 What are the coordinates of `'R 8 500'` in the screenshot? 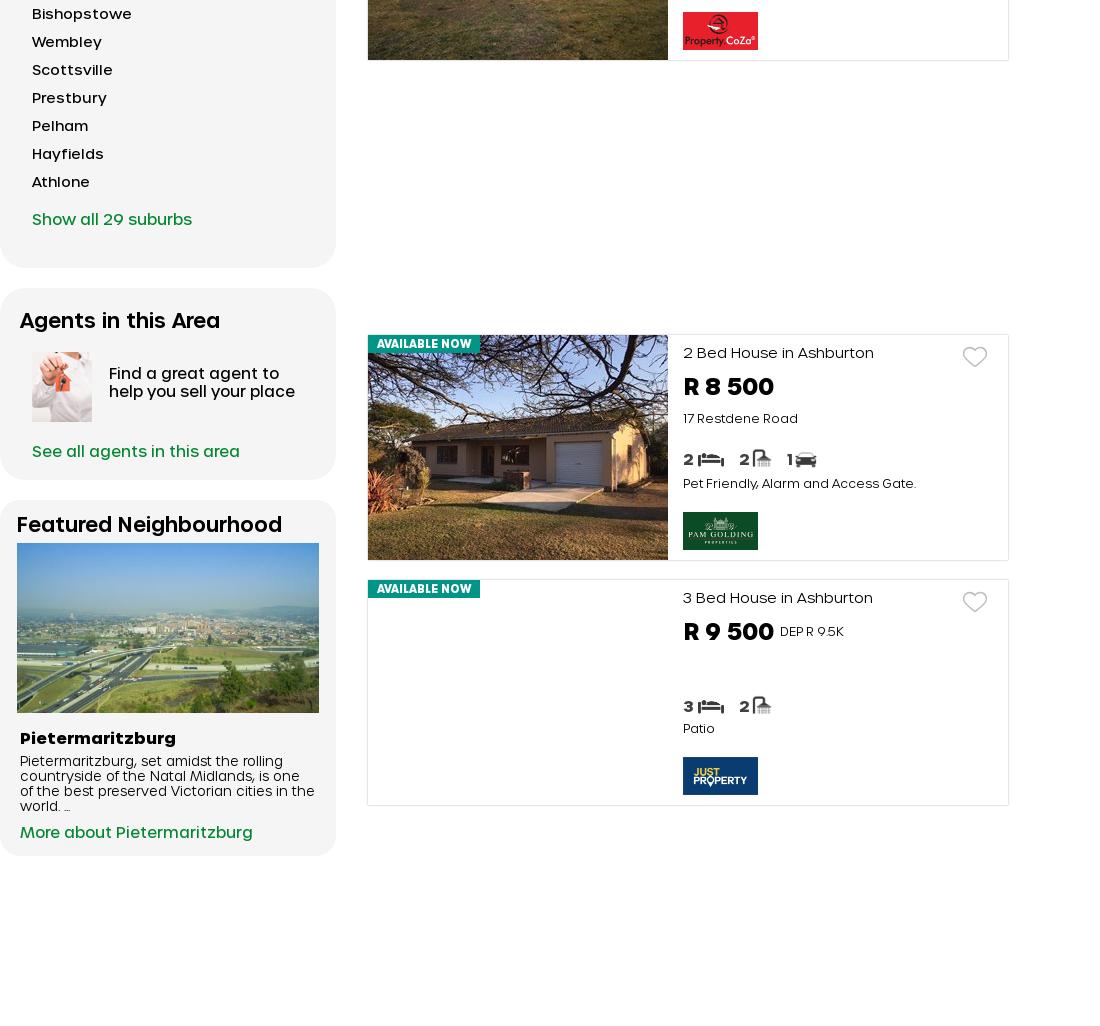 It's located at (727, 384).